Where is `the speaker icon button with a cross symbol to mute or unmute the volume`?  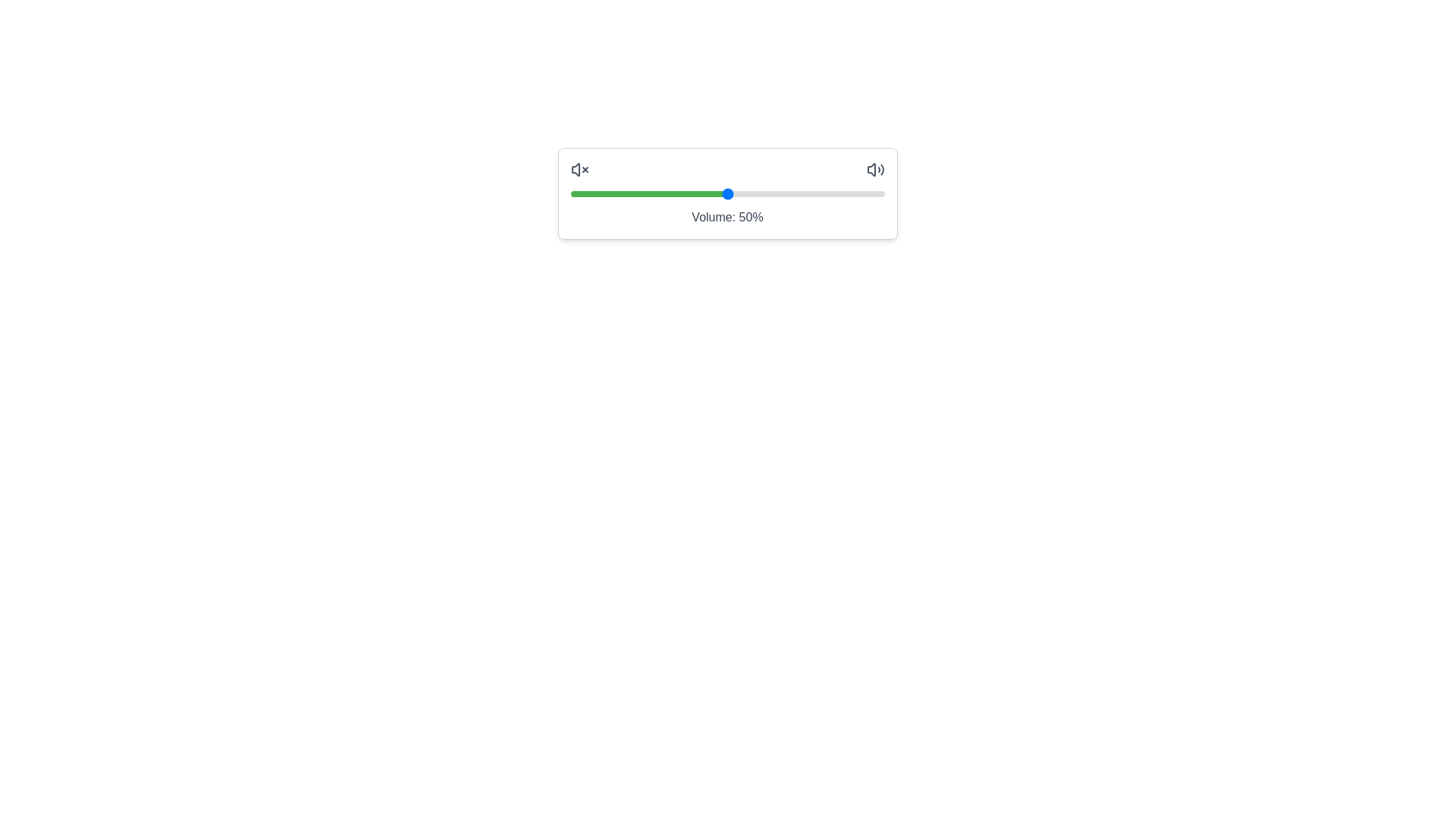 the speaker icon button with a cross symbol to mute or unmute the volume is located at coordinates (579, 169).